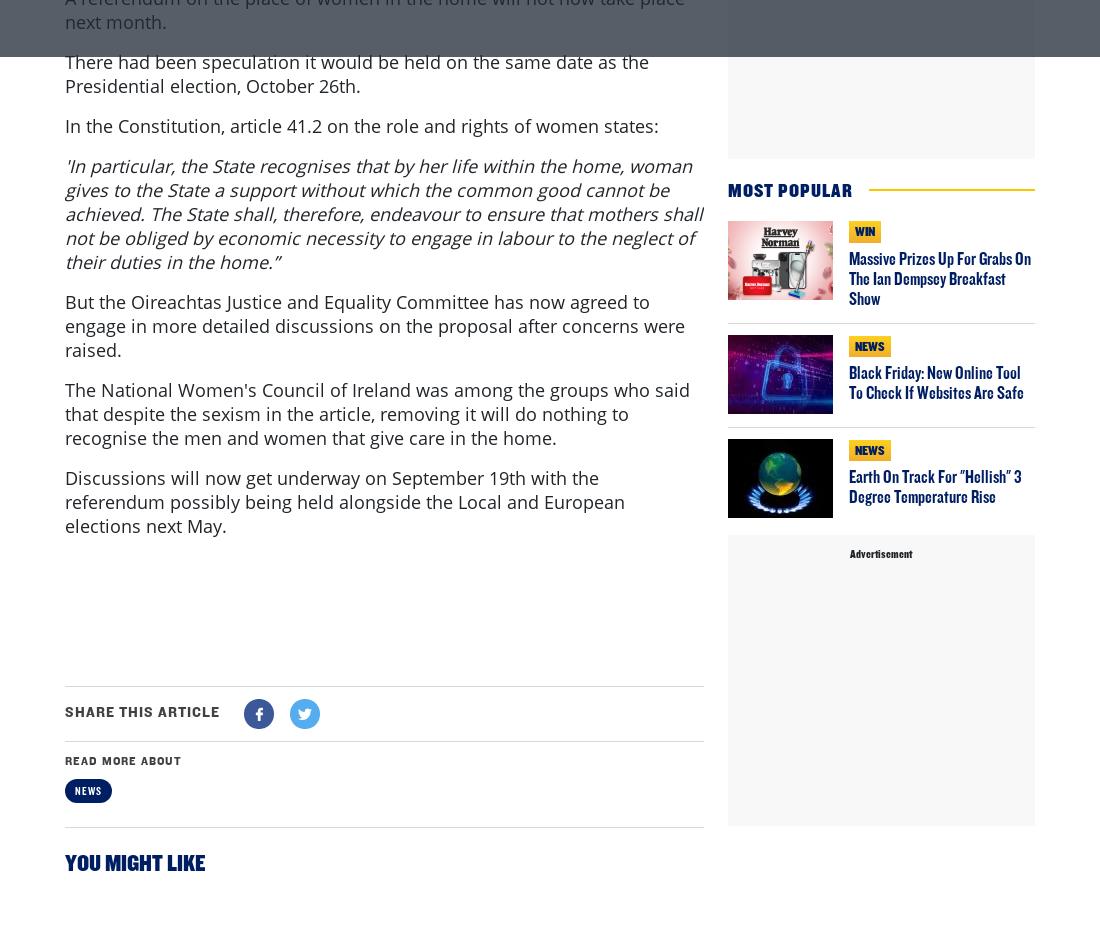 The width and height of the screenshot is (1100, 943). Describe the element at coordinates (374, 91) in the screenshot. I see `'A referendum on the place of women in the home will not now take place next month.'` at that location.